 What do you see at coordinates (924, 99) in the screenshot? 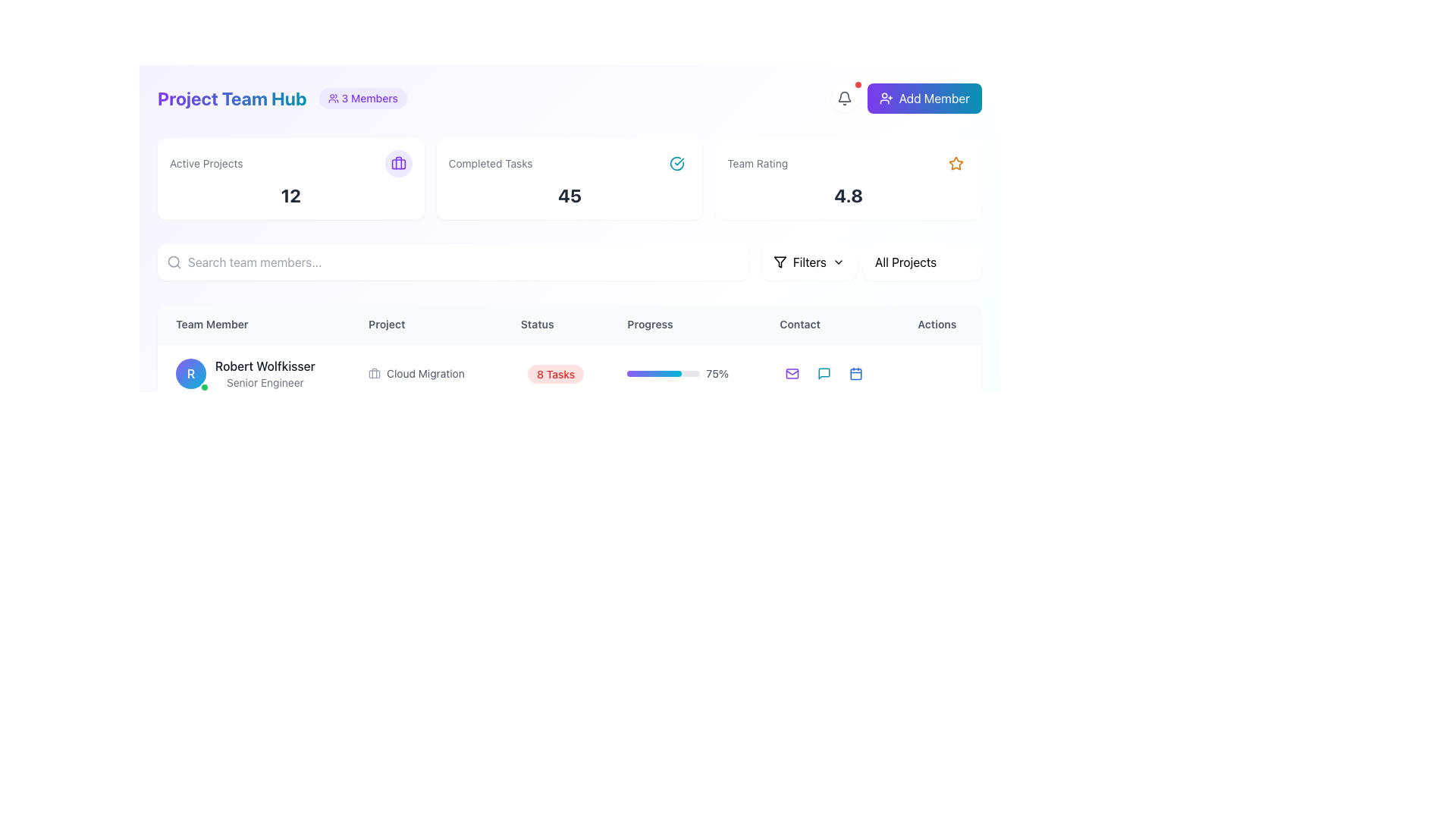
I see `the button located in the top-right corner of the interface, adjacent to the notification bell icon` at bounding box center [924, 99].